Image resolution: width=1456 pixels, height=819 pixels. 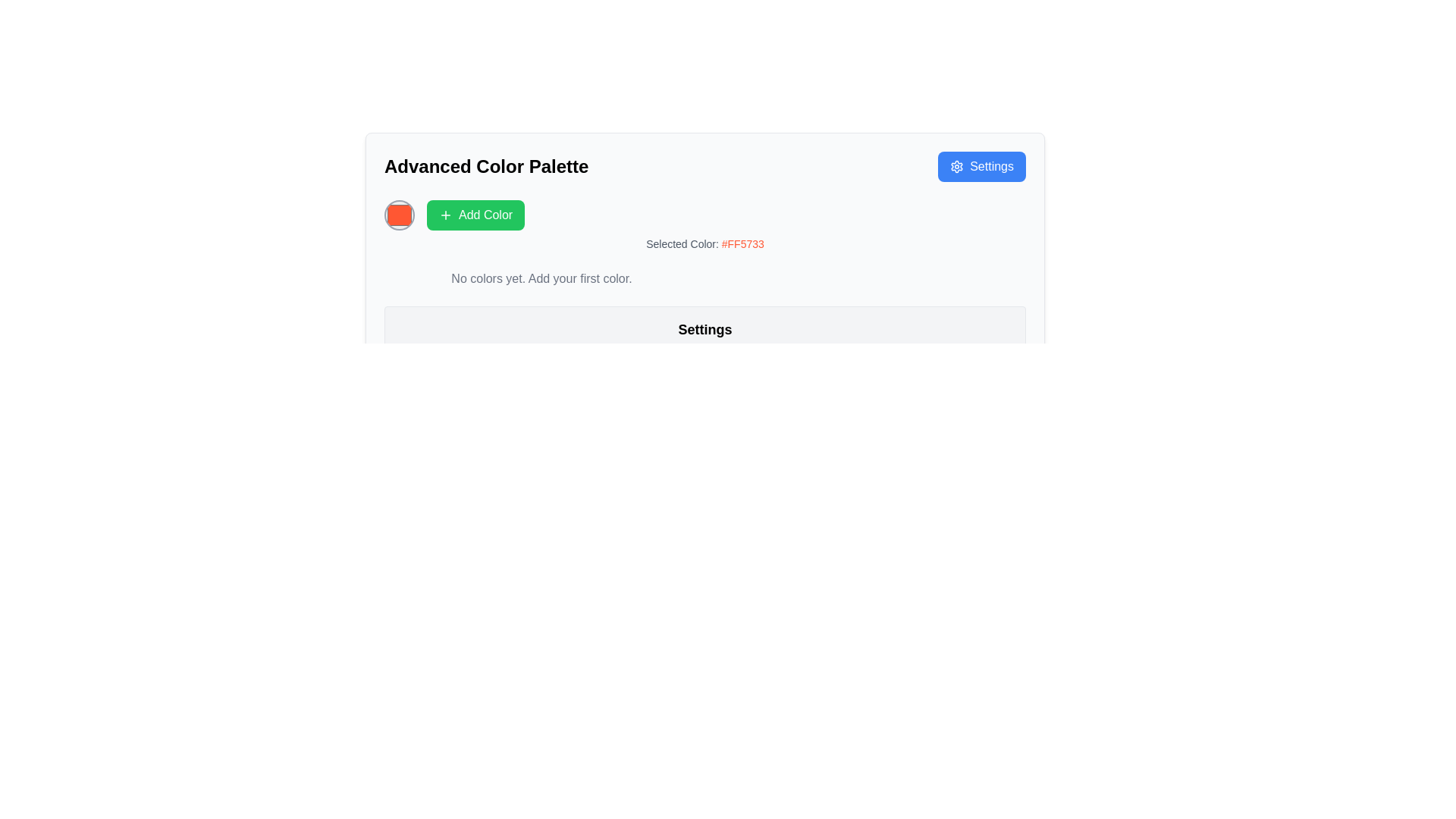 I want to click on the button used to add a new color to the palette, located in the middle-right region below the heading 'Advanced Color Palette', so click(x=475, y=215).